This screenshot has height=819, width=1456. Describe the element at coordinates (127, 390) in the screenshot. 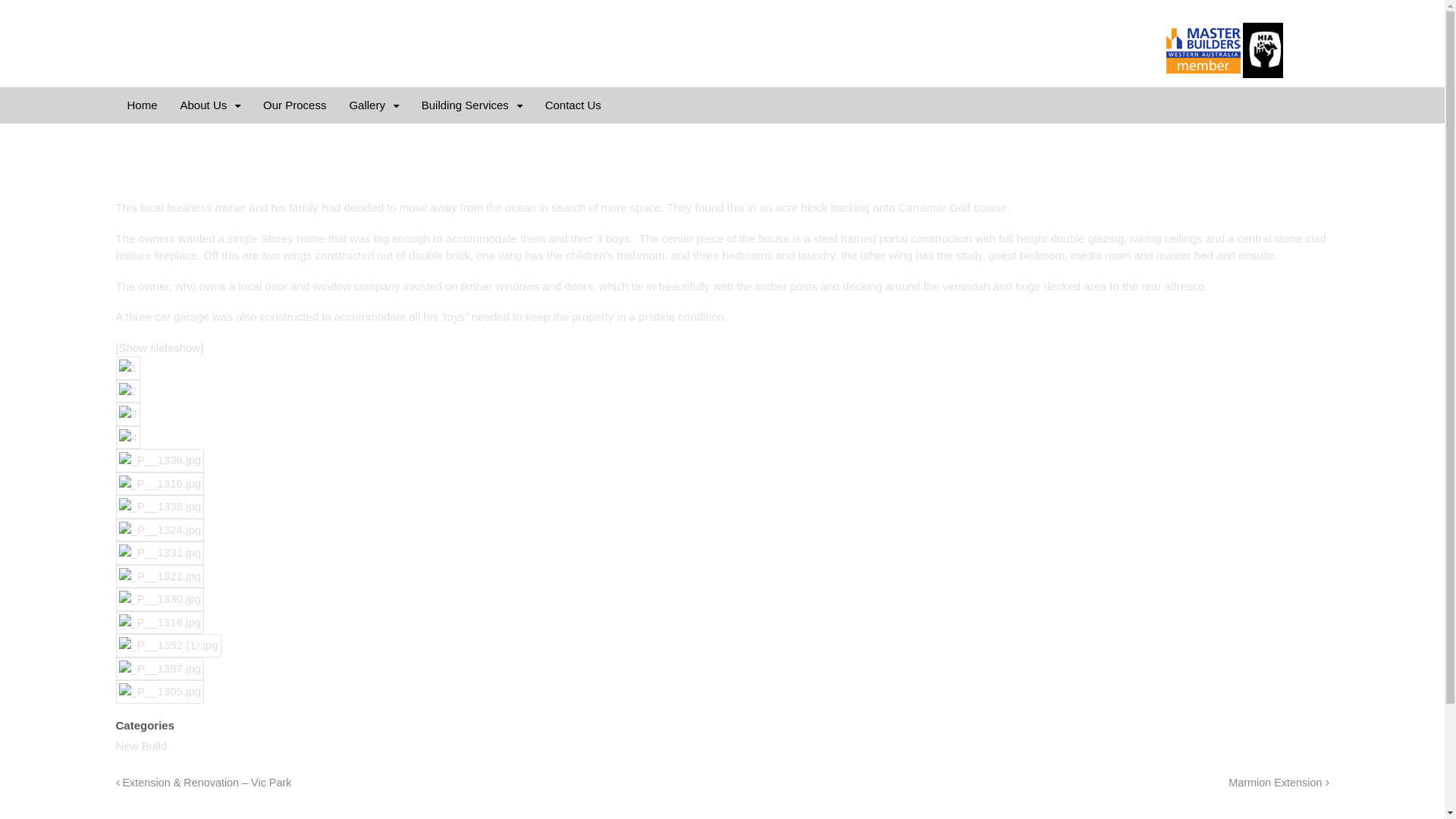

I see `'2'` at that location.